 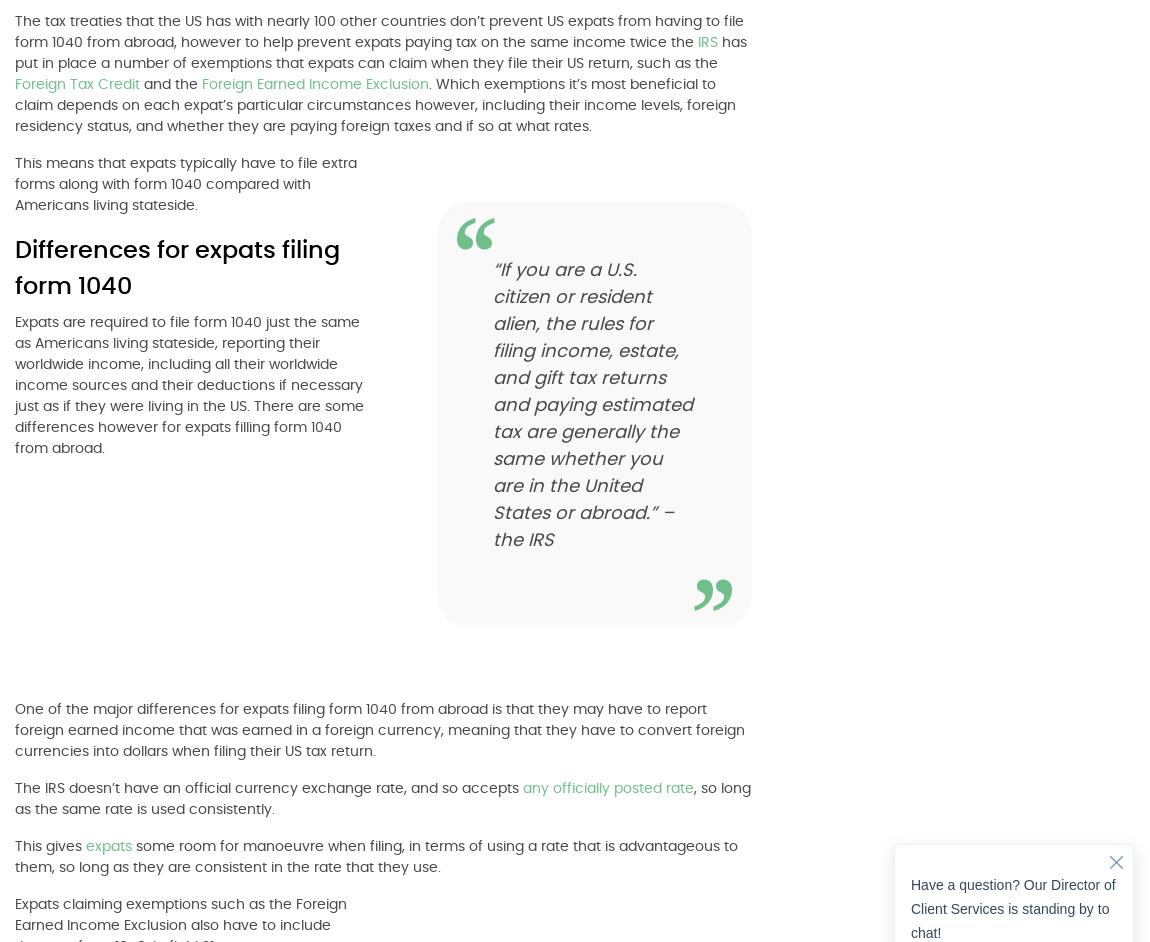 I want to click on 'Differences for expats filing form 1040', so click(x=176, y=268).